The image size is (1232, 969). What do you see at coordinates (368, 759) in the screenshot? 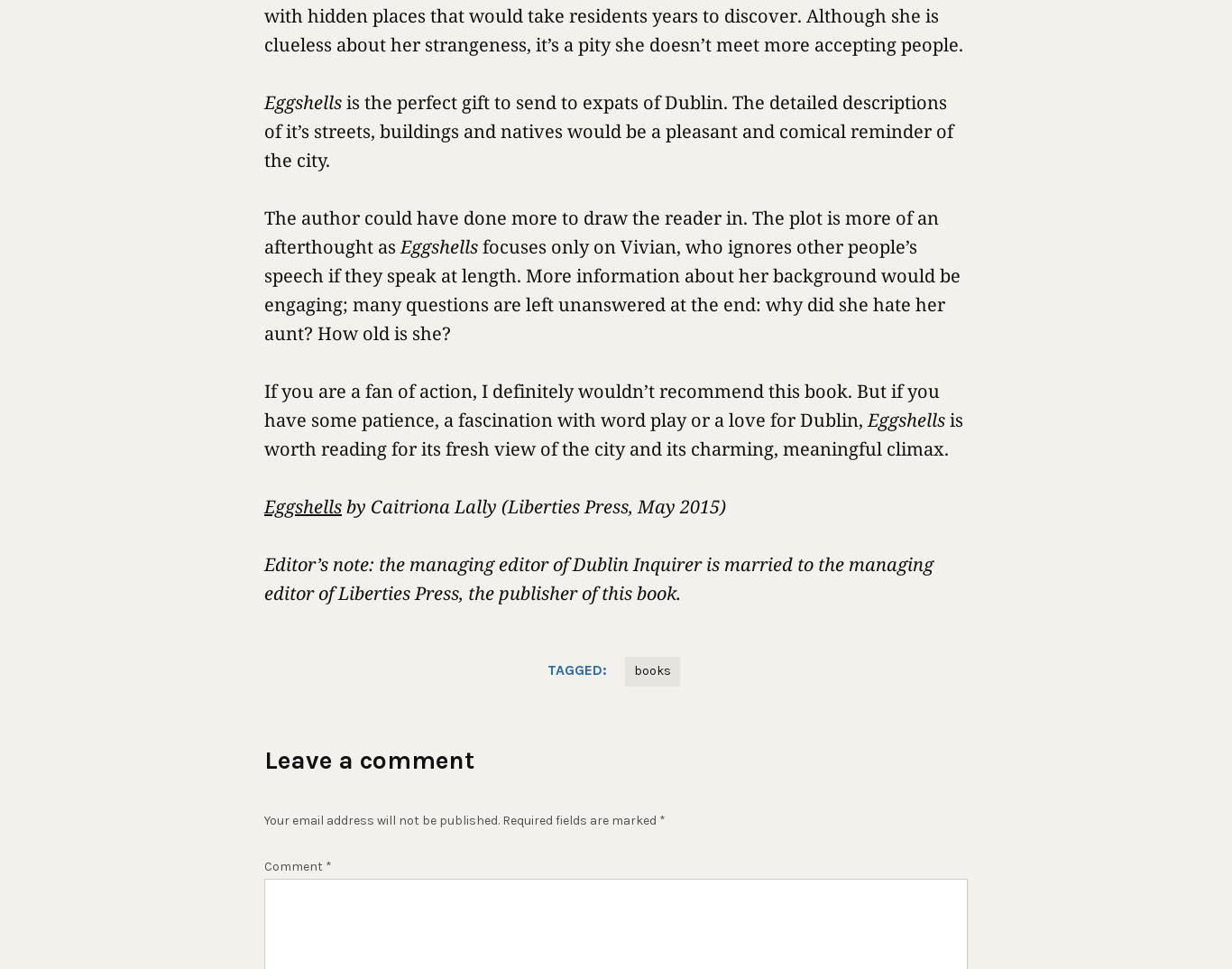
I see `'Leave a comment'` at bounding box center [368, 759].